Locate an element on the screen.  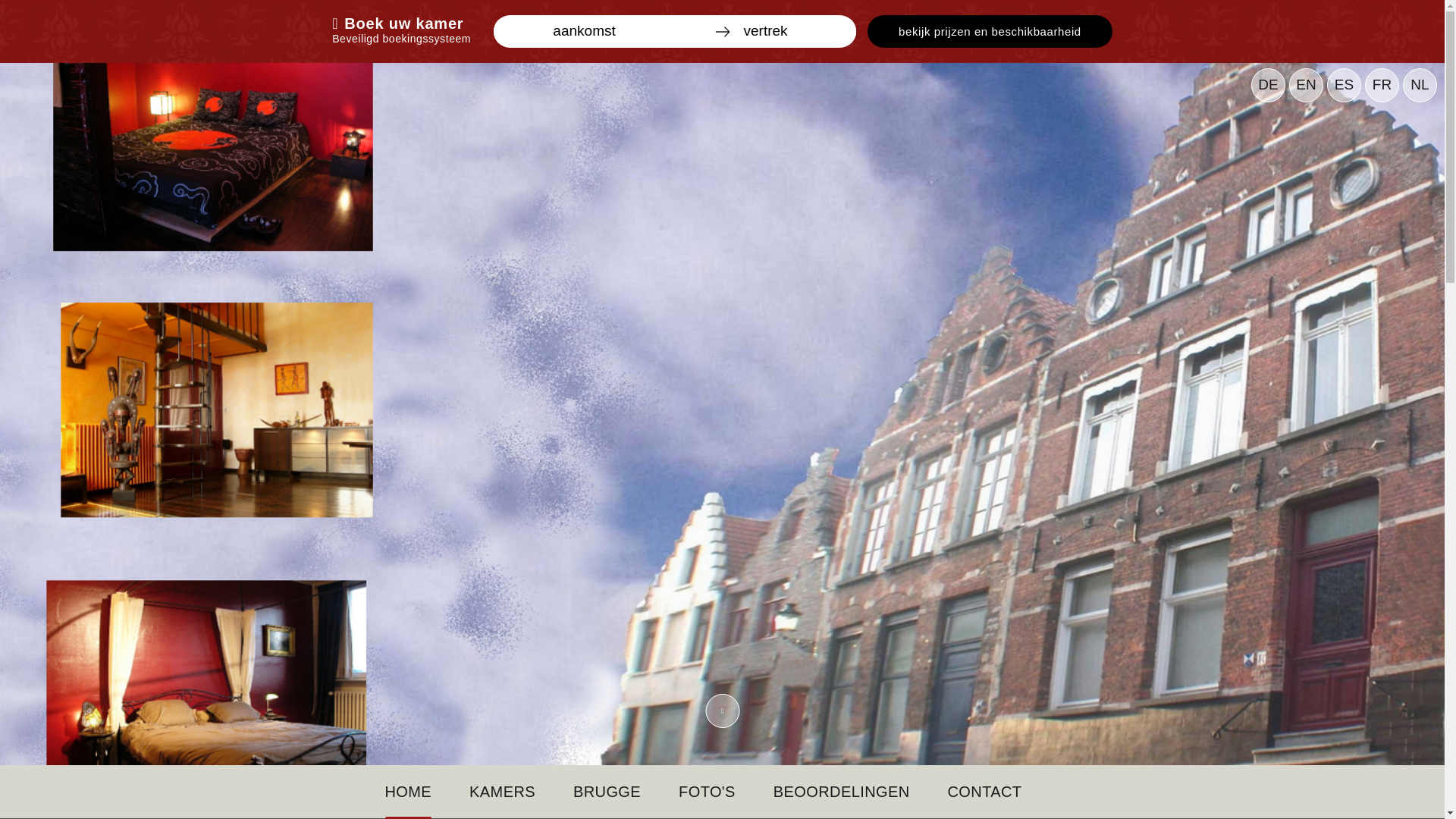
'CONTACT' is located at coordinates (946, 791).